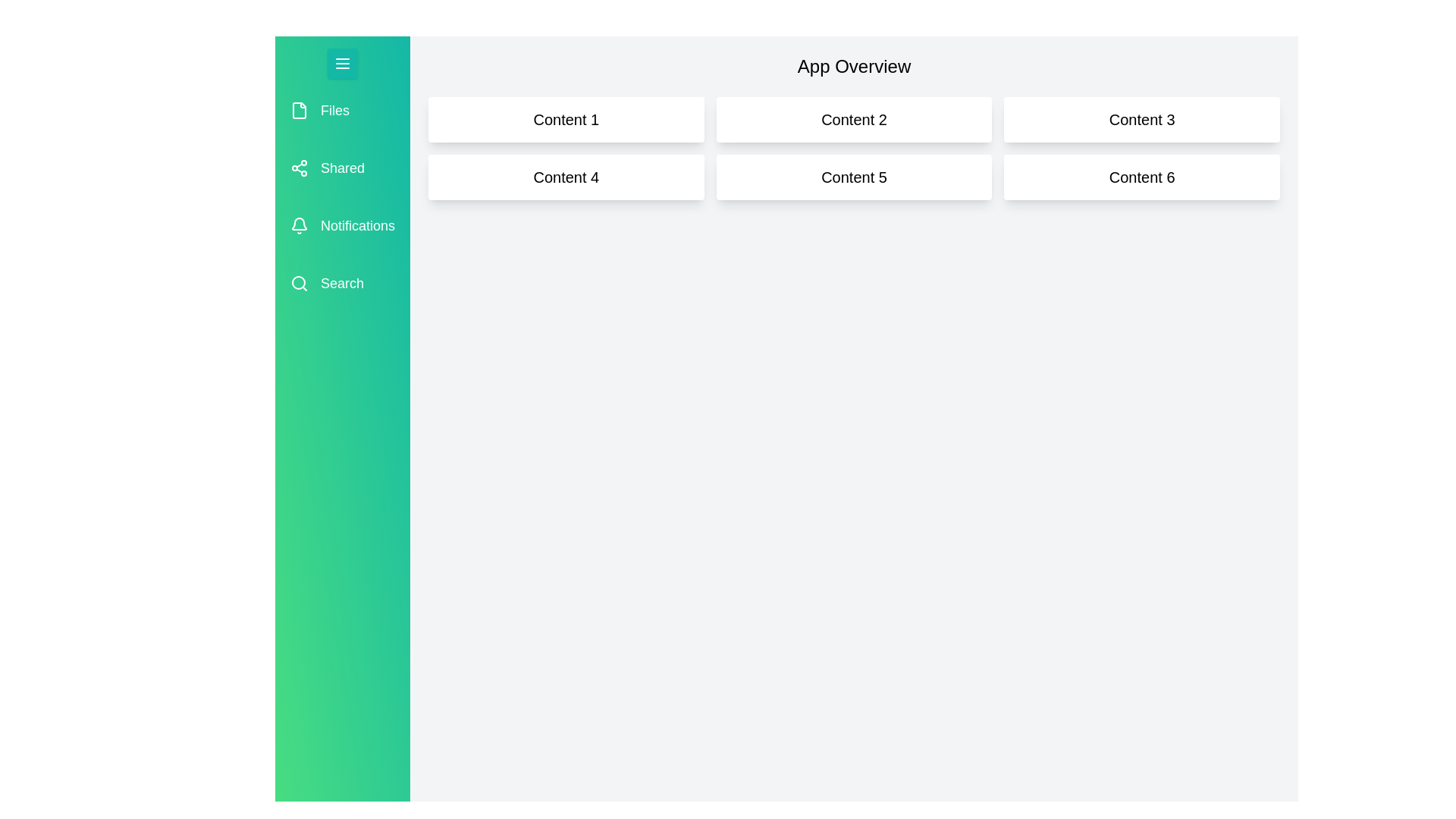 The width and height of the screenshot is (1456, 819). What do you see at coordinates (341, 110) in the screenshot?
I see `the navigation item Files from the drawer` at bounding box center [341, 110].